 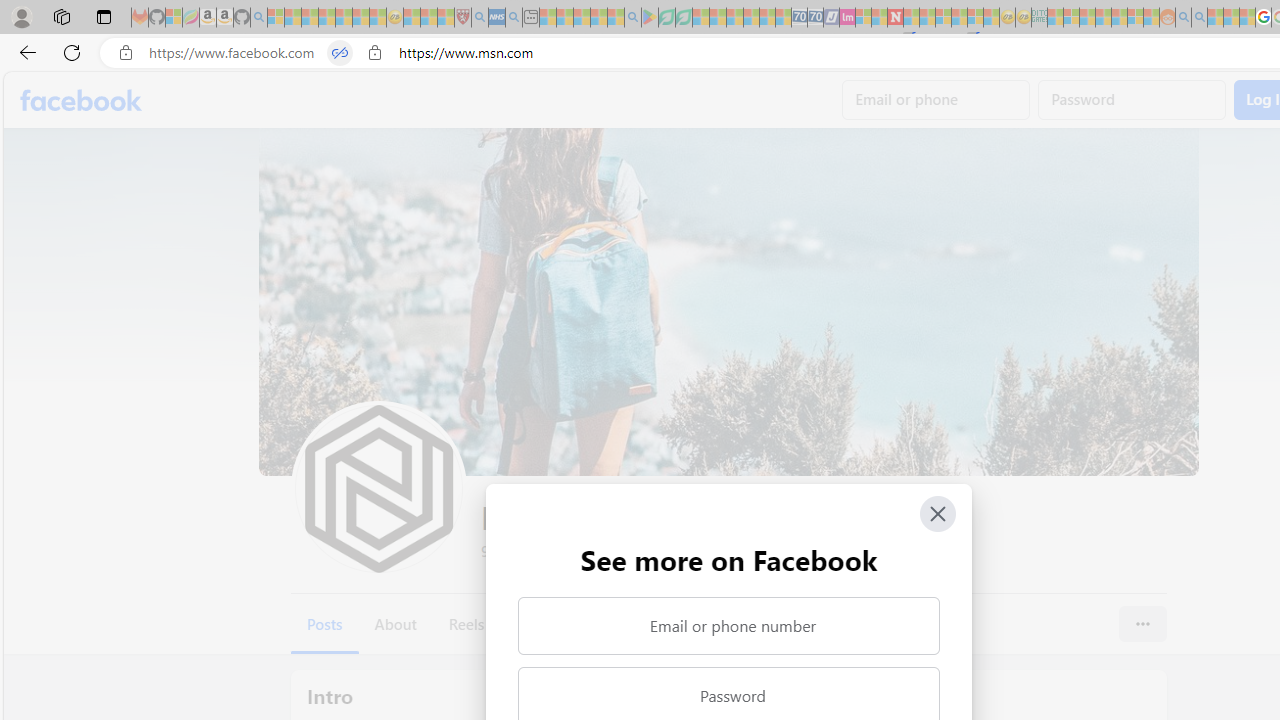 What do you see at coordinates (1039, 17) in the screenshot?
I see `'DITOGAMES AG Imprint - Sleeping'` at bounding box center [1039, 17].